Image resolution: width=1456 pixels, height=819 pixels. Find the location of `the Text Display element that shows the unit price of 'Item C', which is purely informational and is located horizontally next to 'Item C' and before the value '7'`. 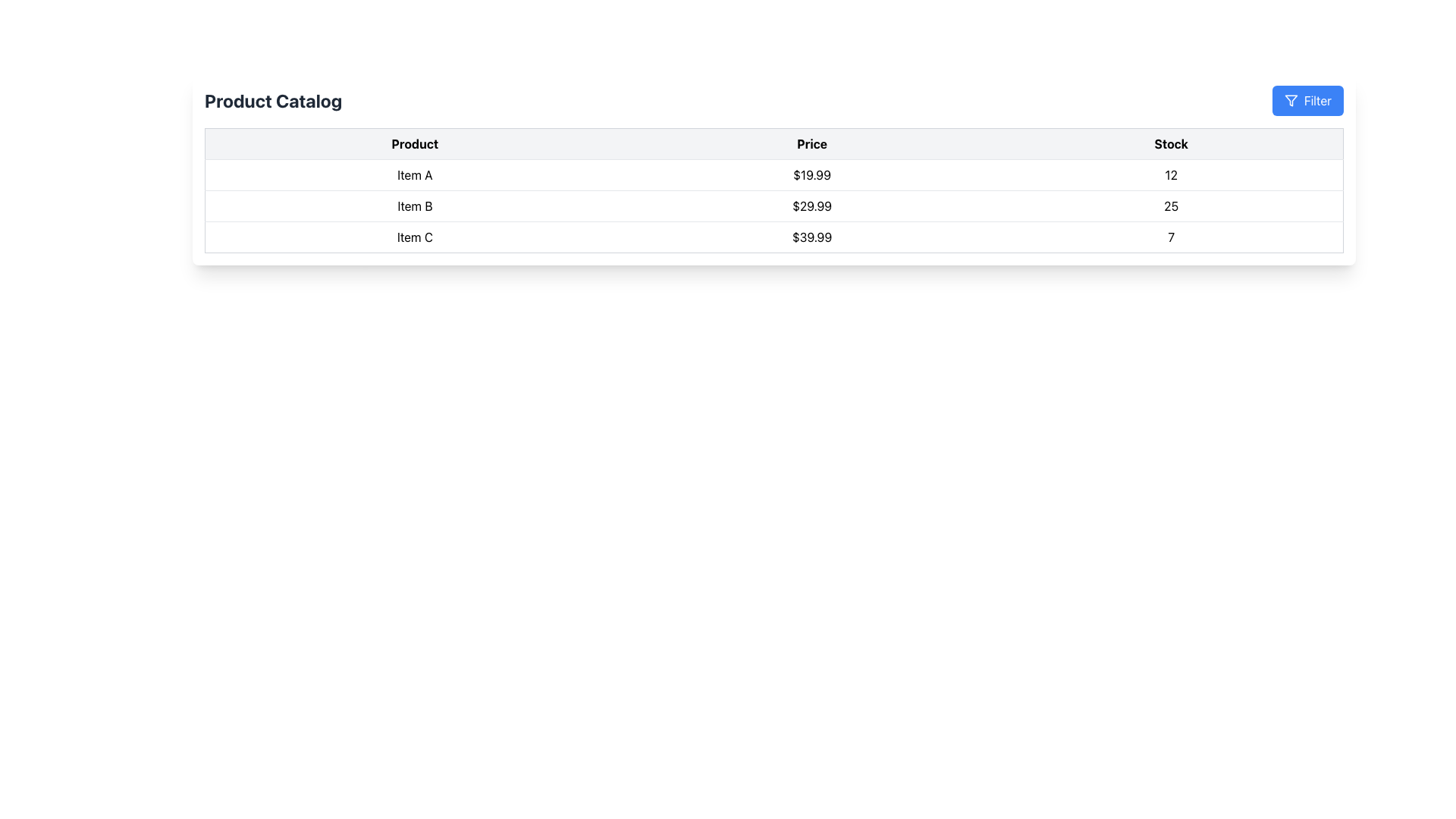

the Text Display element that shows the unit price of 'Item C', which is purely informational and is located horizontally next to 'Item C' and before the value '7' is located at coordinates (811, 237).